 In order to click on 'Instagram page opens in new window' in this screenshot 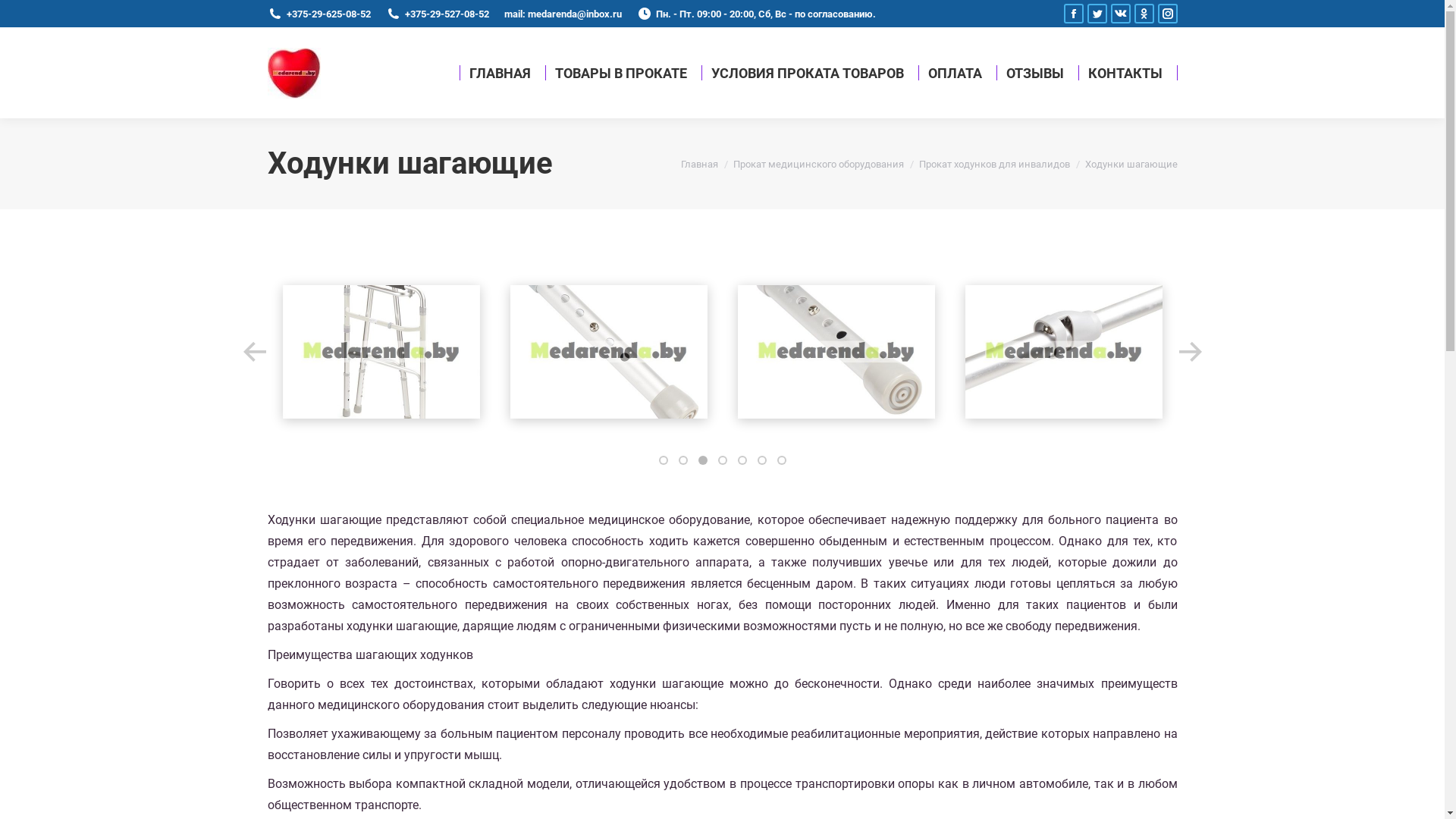, I will do `click(1166, 14)`.